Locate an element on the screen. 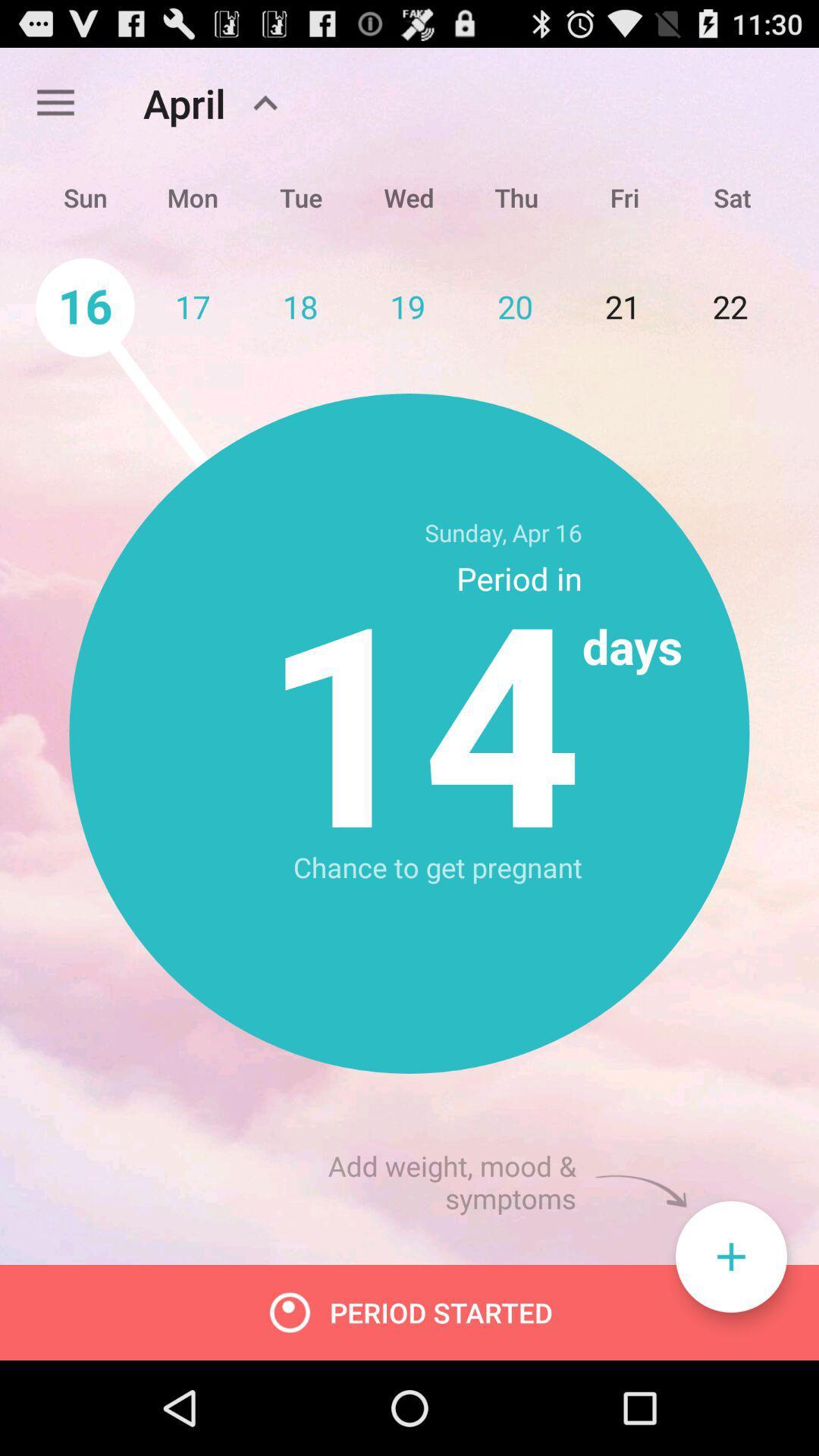  the add icon is located at coordinates (730, 1345).